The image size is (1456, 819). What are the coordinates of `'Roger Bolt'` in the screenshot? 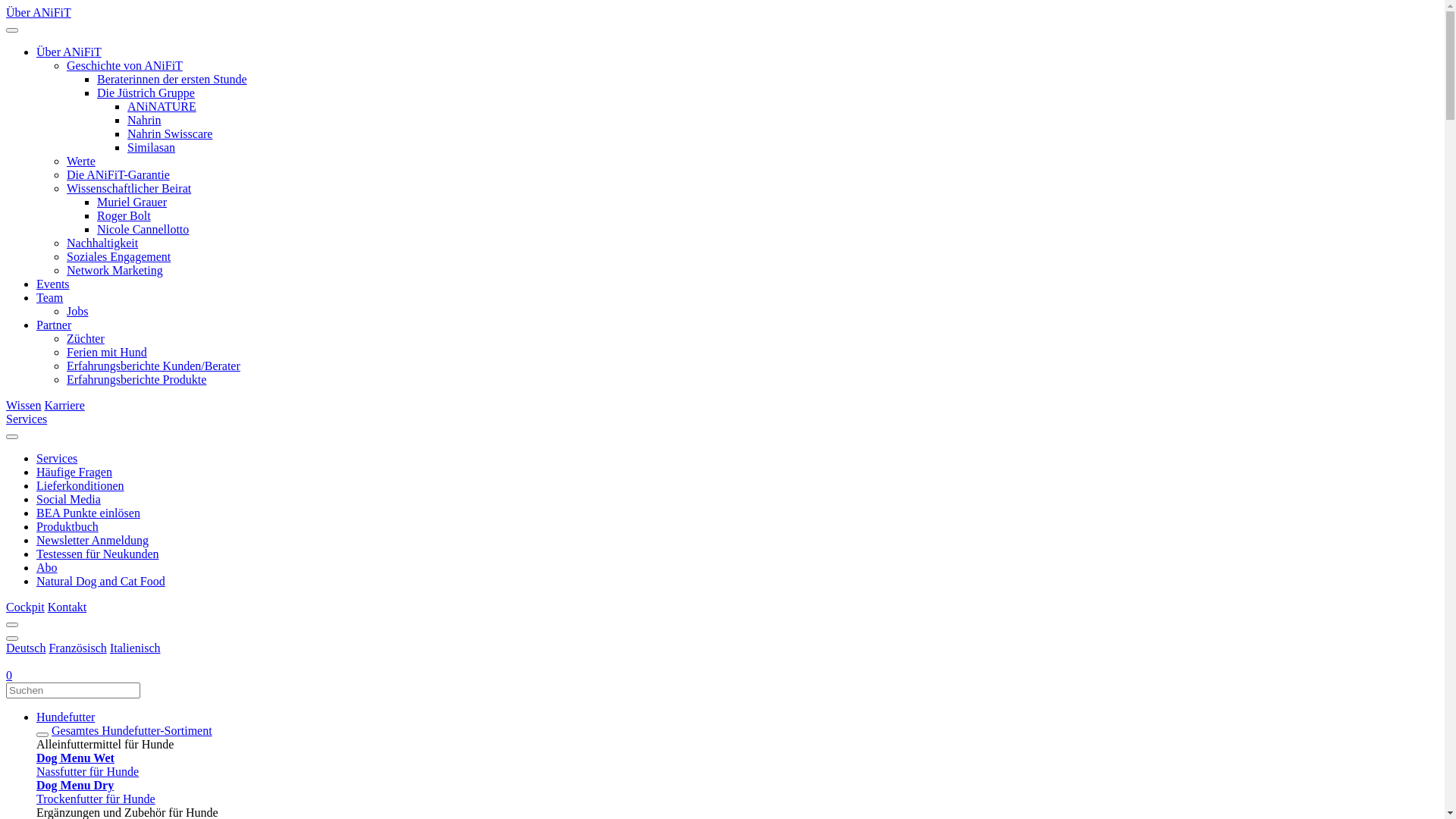 It's located at (124, 215).